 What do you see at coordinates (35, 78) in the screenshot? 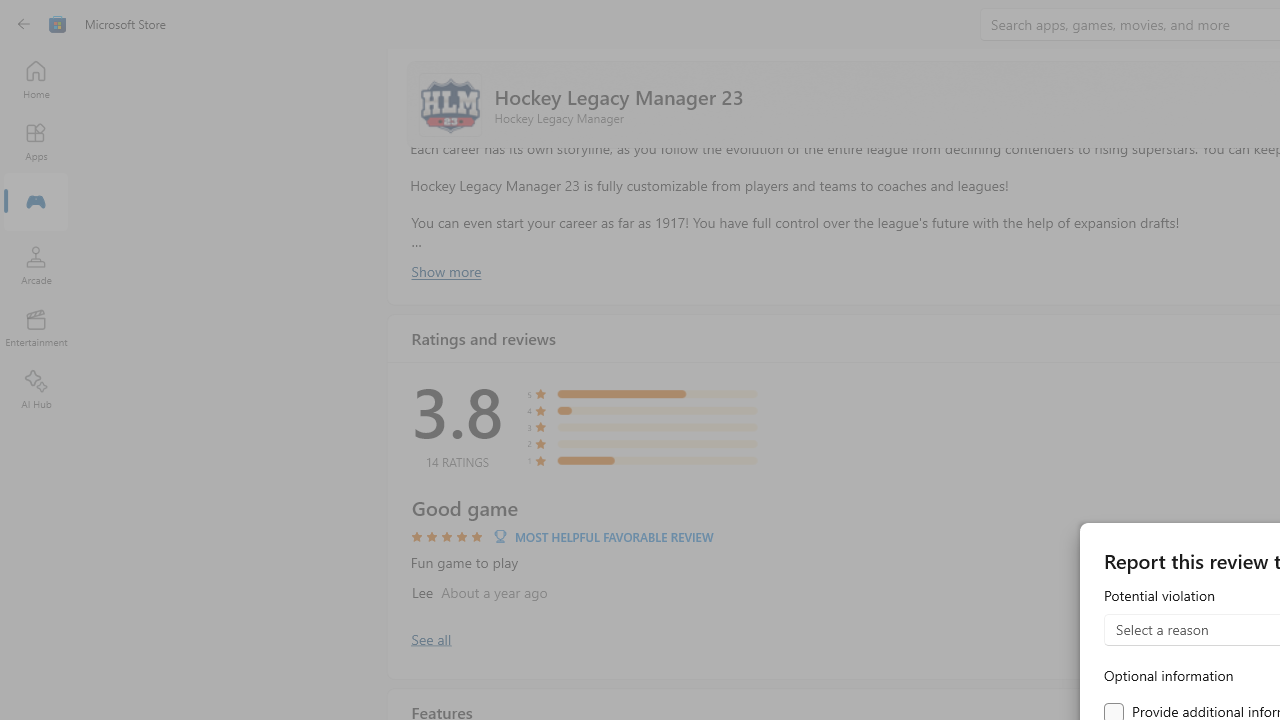
I see `'Home'` at bounding box center [35, 78].